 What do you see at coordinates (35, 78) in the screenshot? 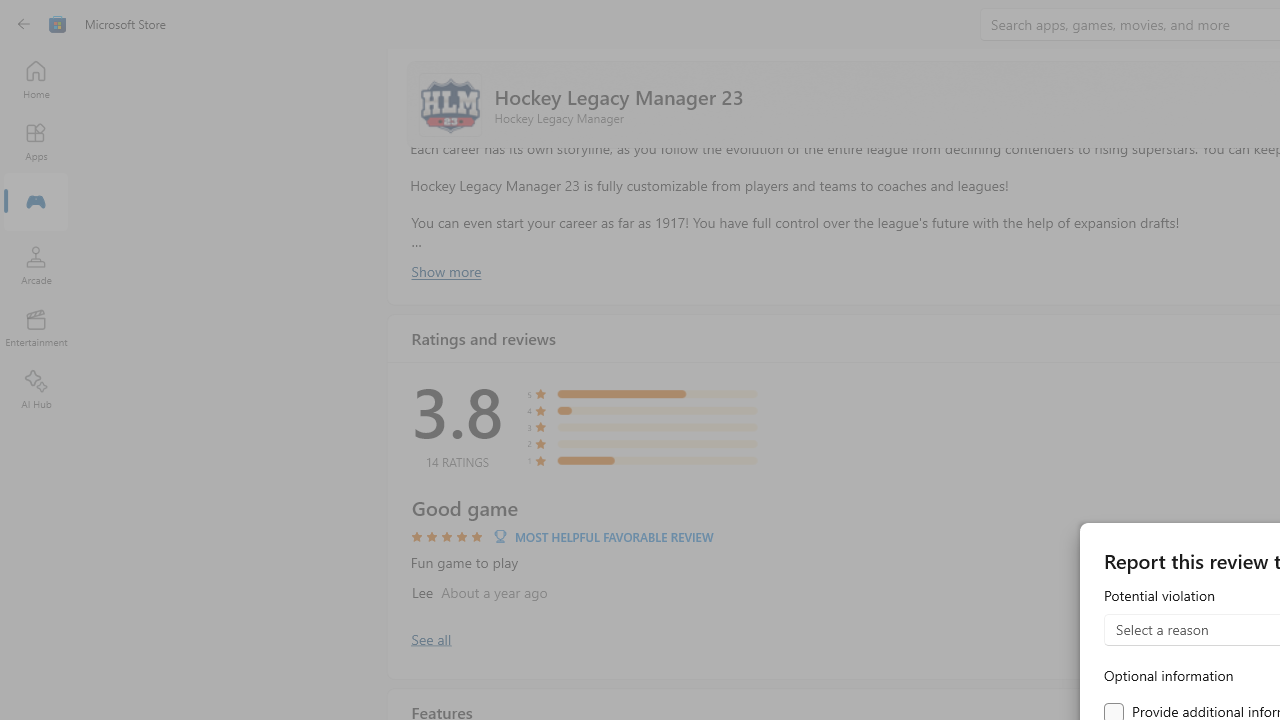
I see `'Home'` at bounding box center [35, 78].